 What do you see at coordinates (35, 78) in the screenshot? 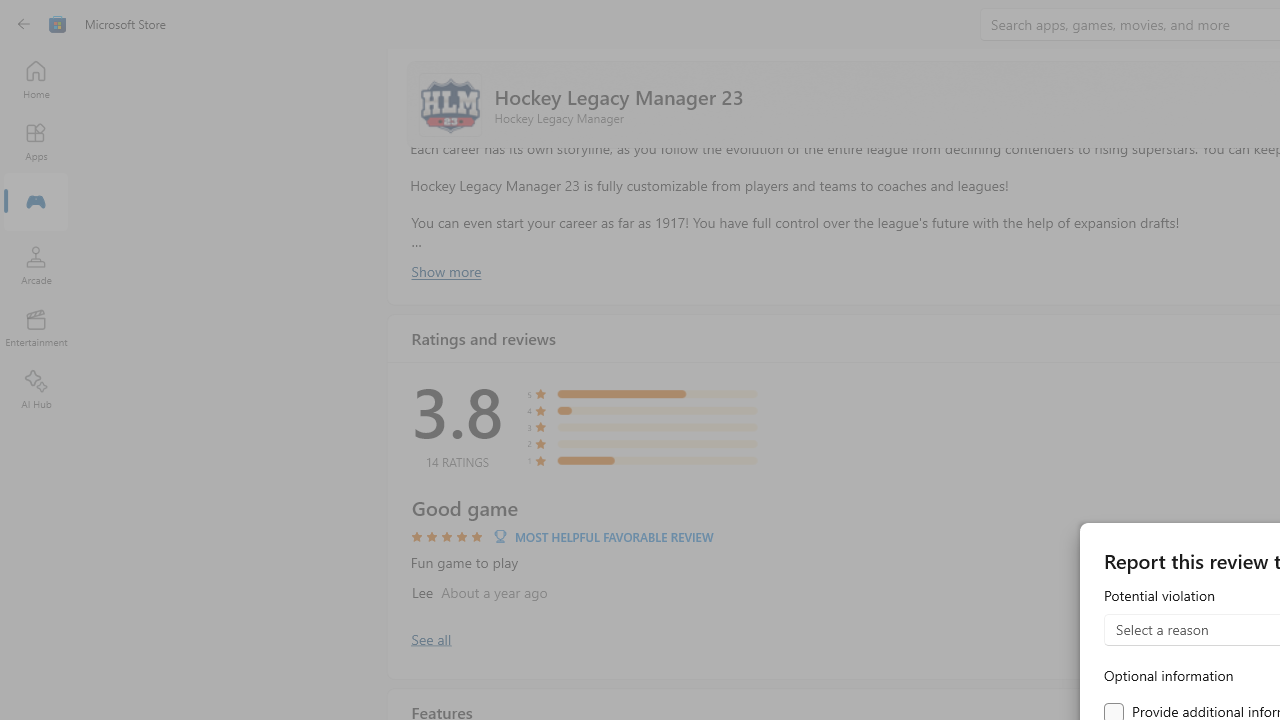
I see `'Home'` at bounding box center [35, 78].